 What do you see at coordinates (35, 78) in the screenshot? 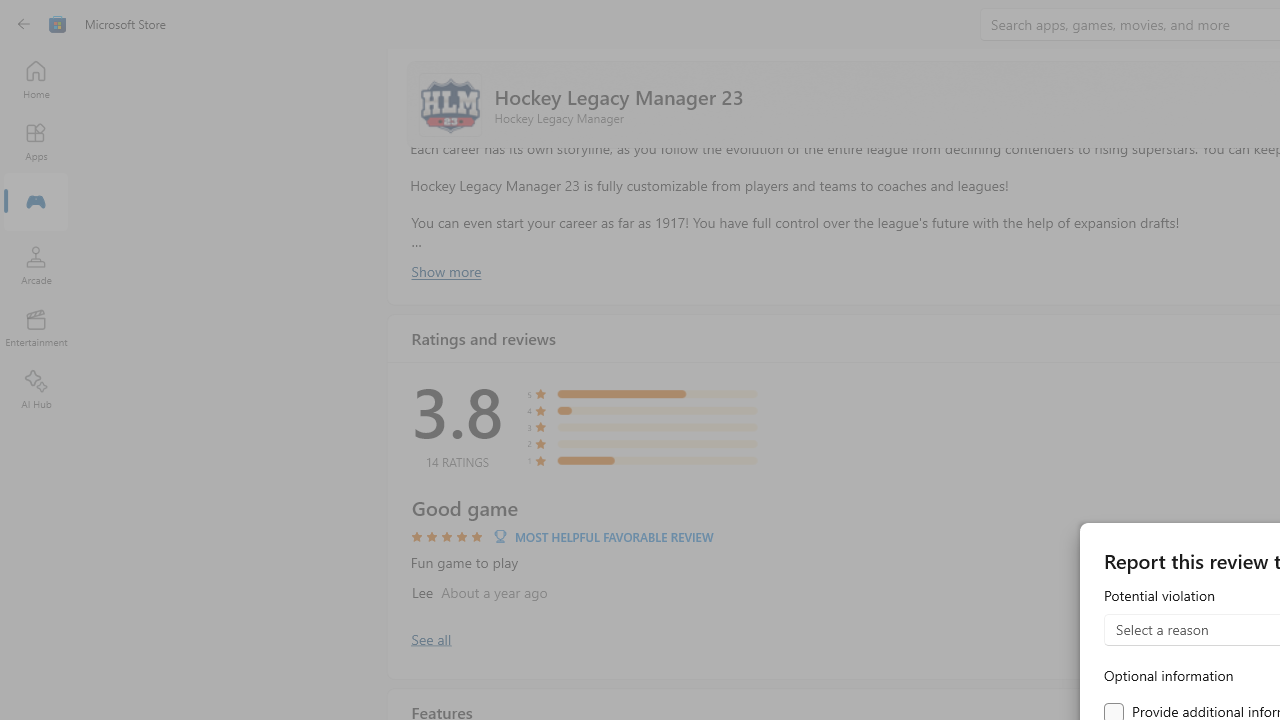
I see `'Home'` at bounding box center [35, 78].